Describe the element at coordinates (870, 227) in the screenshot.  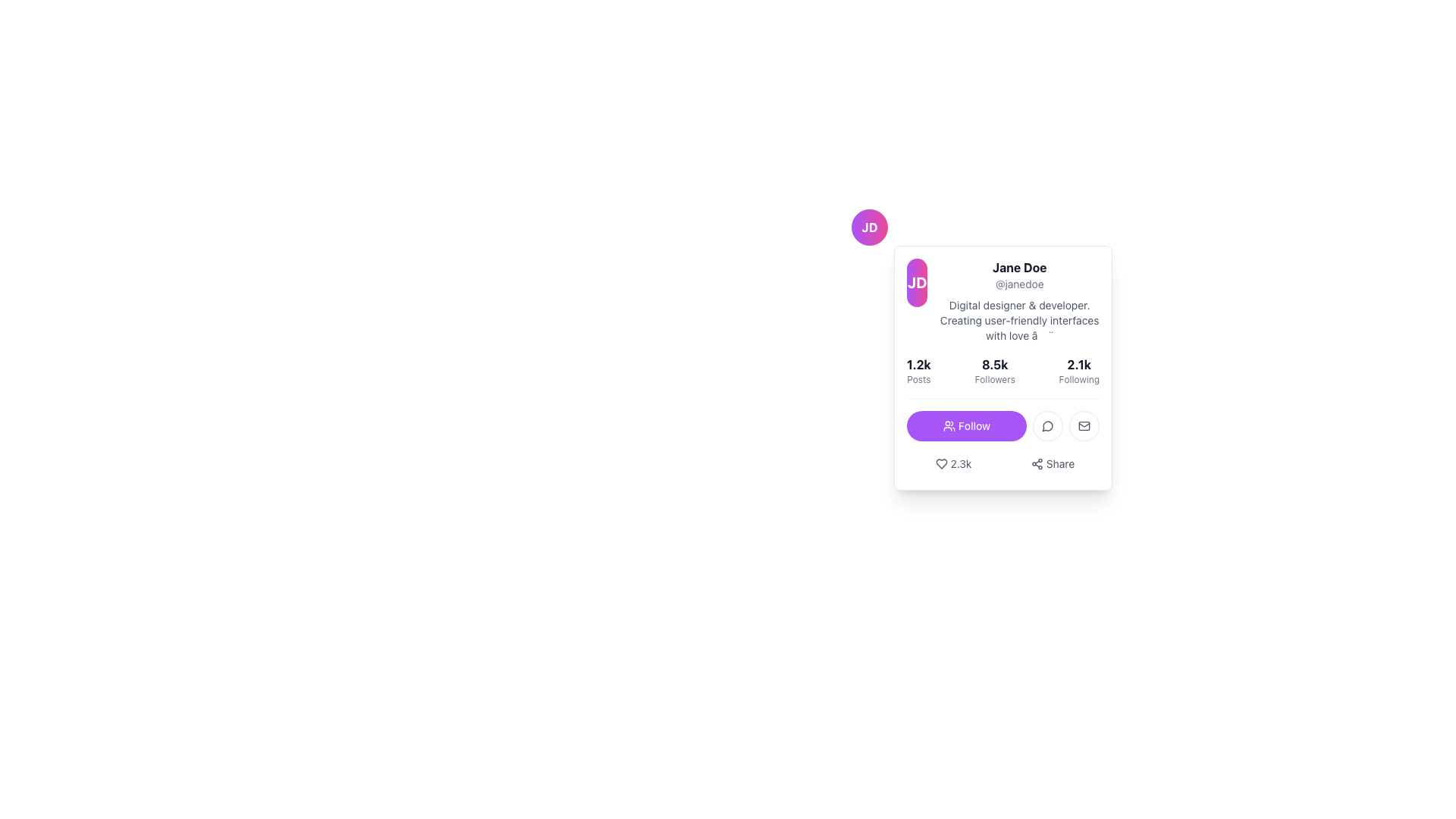
I see `the circular avatar icon with a gradient background and 'JD' in white bold font` at that location.